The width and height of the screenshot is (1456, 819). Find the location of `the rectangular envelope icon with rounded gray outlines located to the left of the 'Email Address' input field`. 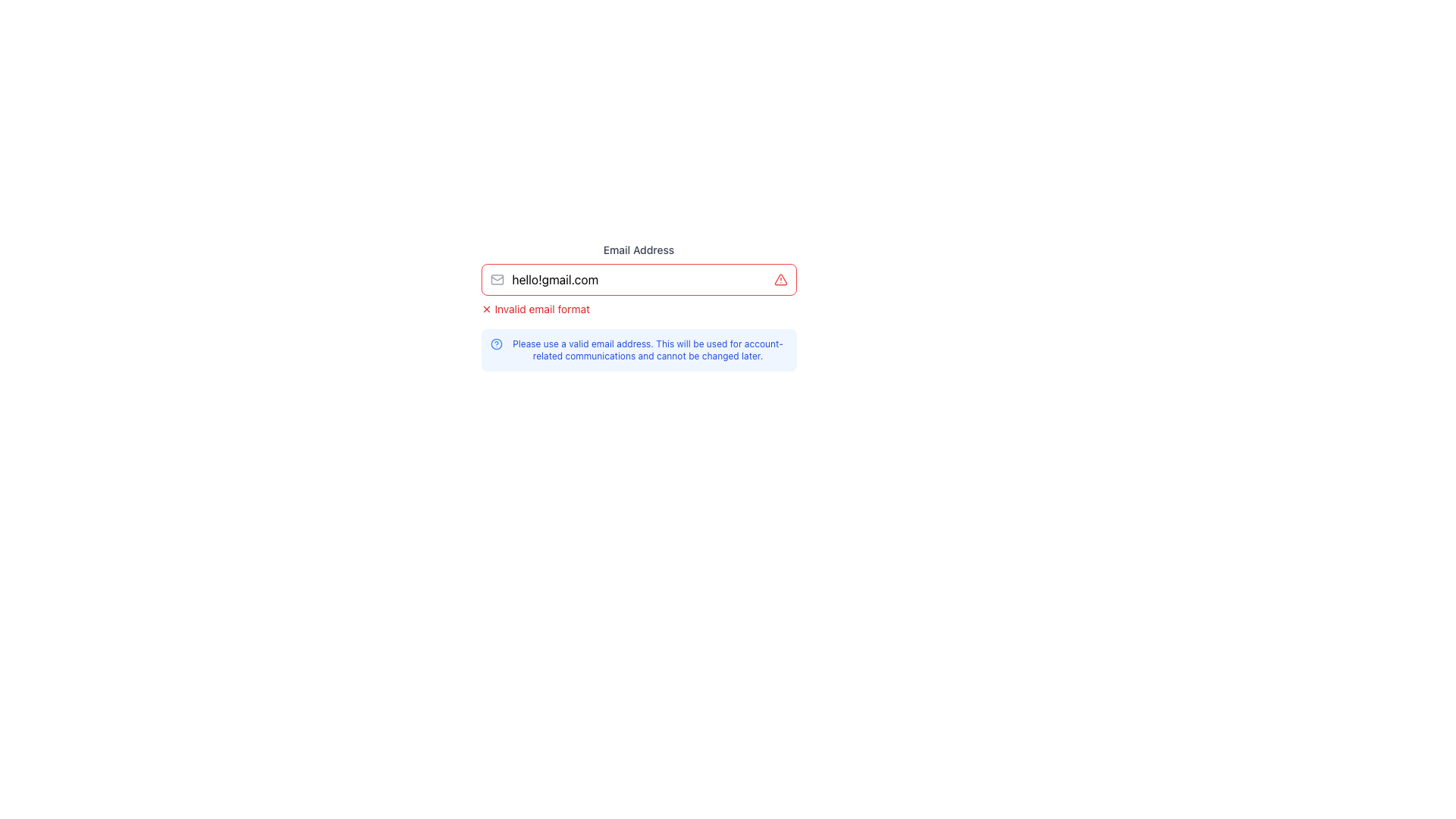

the rectangular envelope icon with rounded gray outlines located to the left of the 'Email Address' input field is located at coordinates (497, 280).